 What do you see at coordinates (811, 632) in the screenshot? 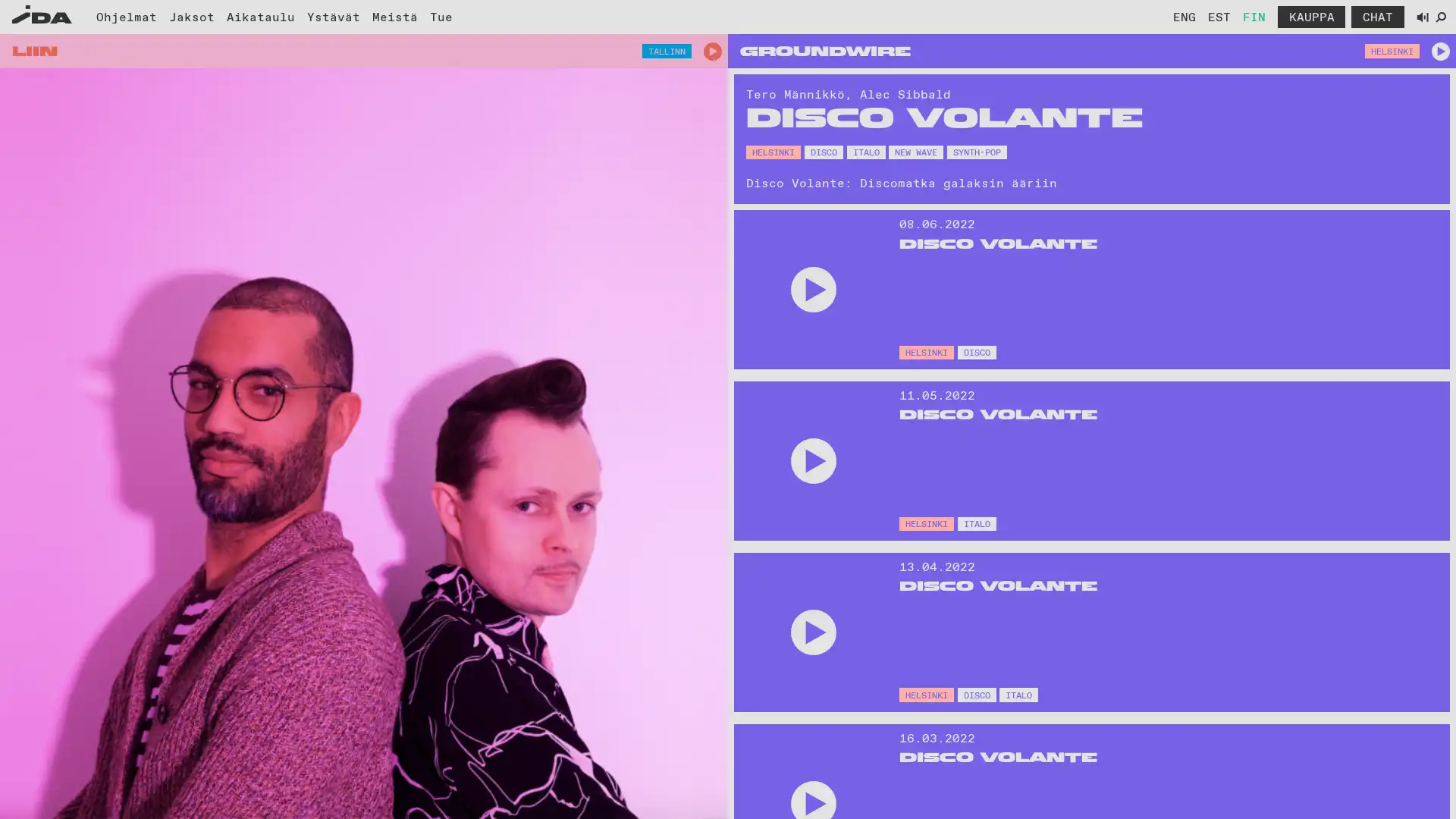
I see `Play` at bounding box center [811, 632].